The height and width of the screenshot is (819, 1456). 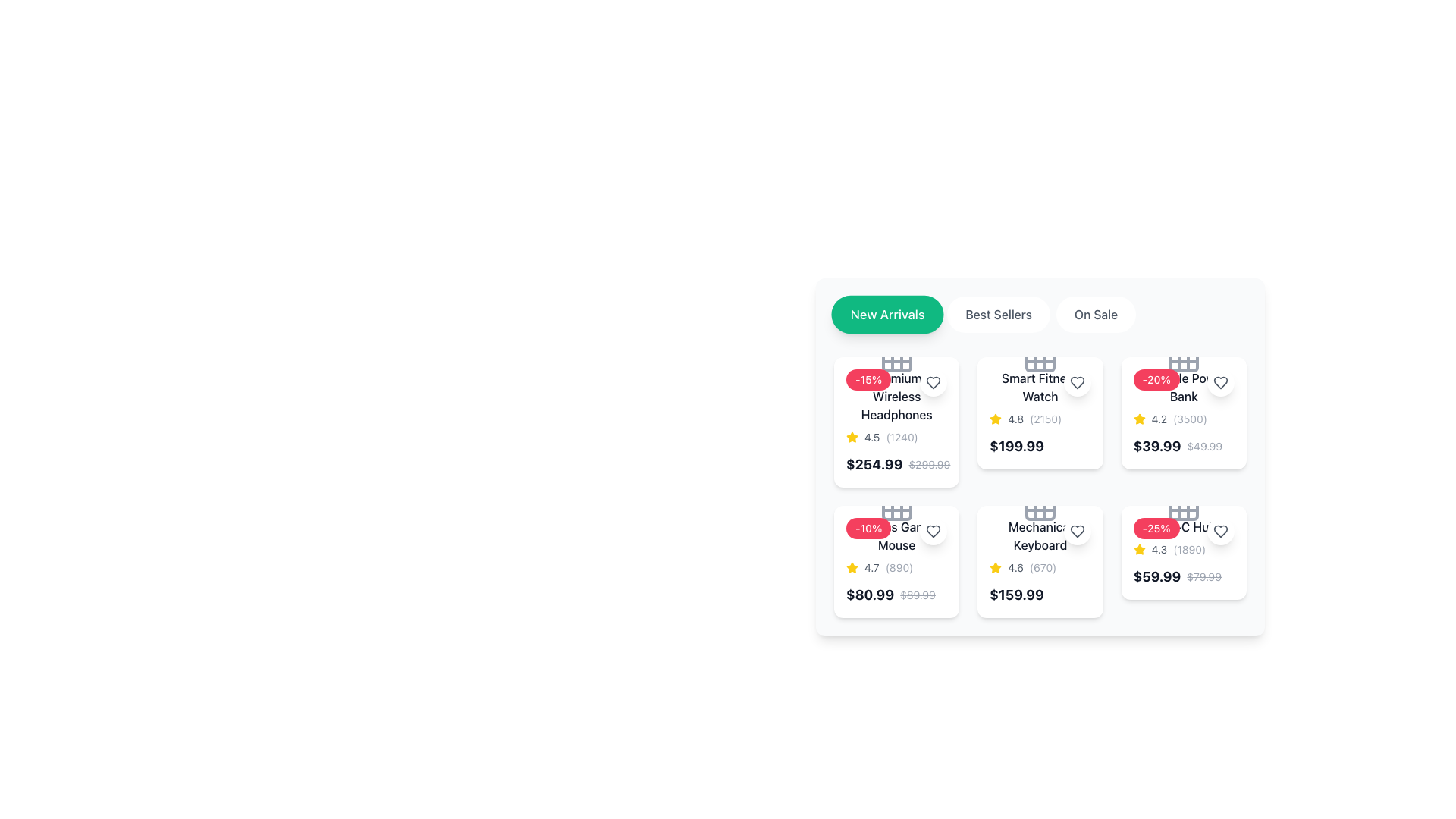 I want to click on the heart-shaped icon located in the top-right corner of the product card, so click(x=933, y=382).